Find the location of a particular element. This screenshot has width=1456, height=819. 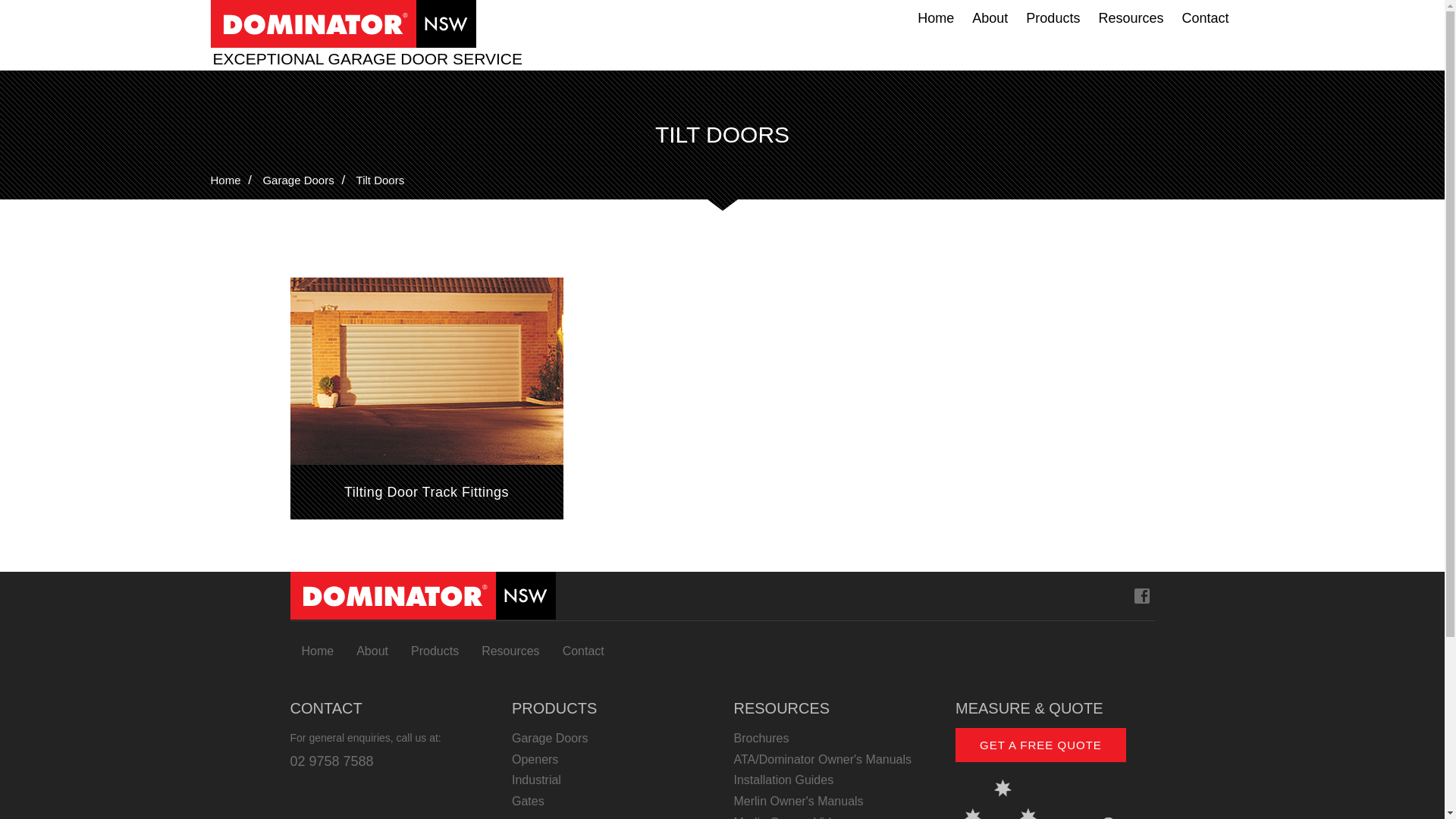

'Products' is located at coordinates (1016, 17).